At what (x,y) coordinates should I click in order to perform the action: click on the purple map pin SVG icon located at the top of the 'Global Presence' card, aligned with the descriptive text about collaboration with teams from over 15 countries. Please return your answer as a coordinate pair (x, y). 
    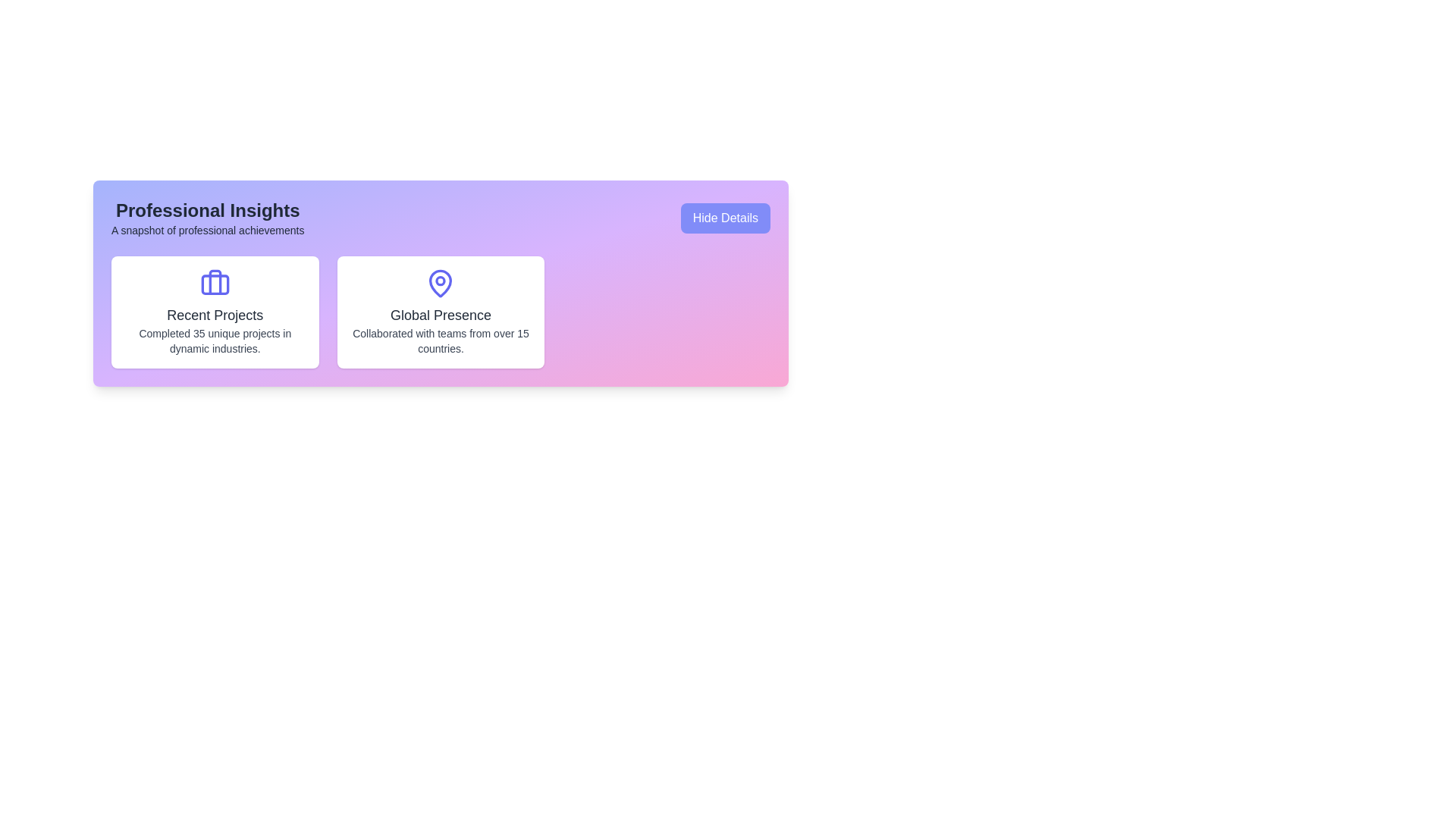
    Looking at the image, I should click on (440, 284).